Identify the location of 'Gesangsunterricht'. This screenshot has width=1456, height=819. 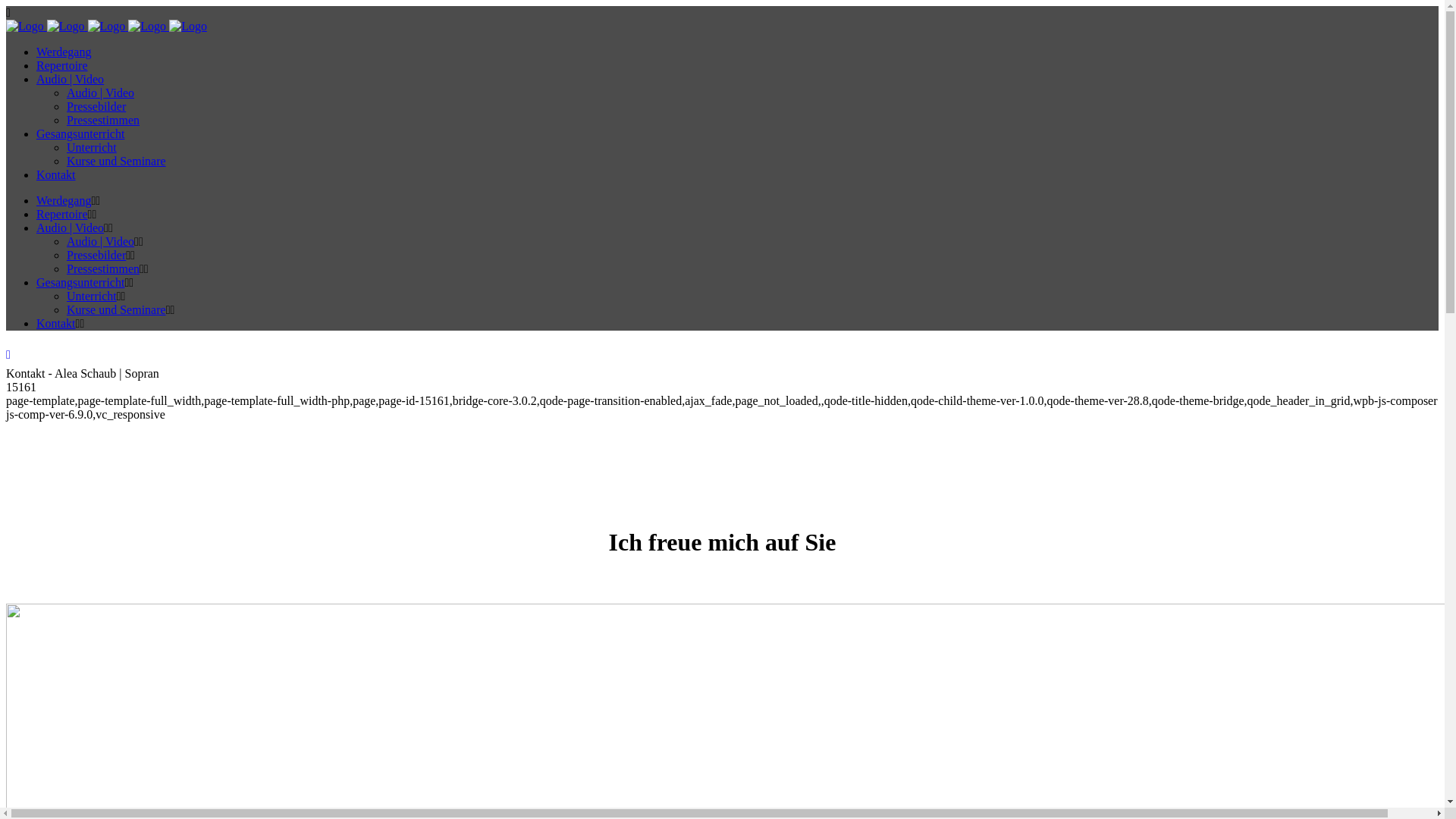
(79, 133).